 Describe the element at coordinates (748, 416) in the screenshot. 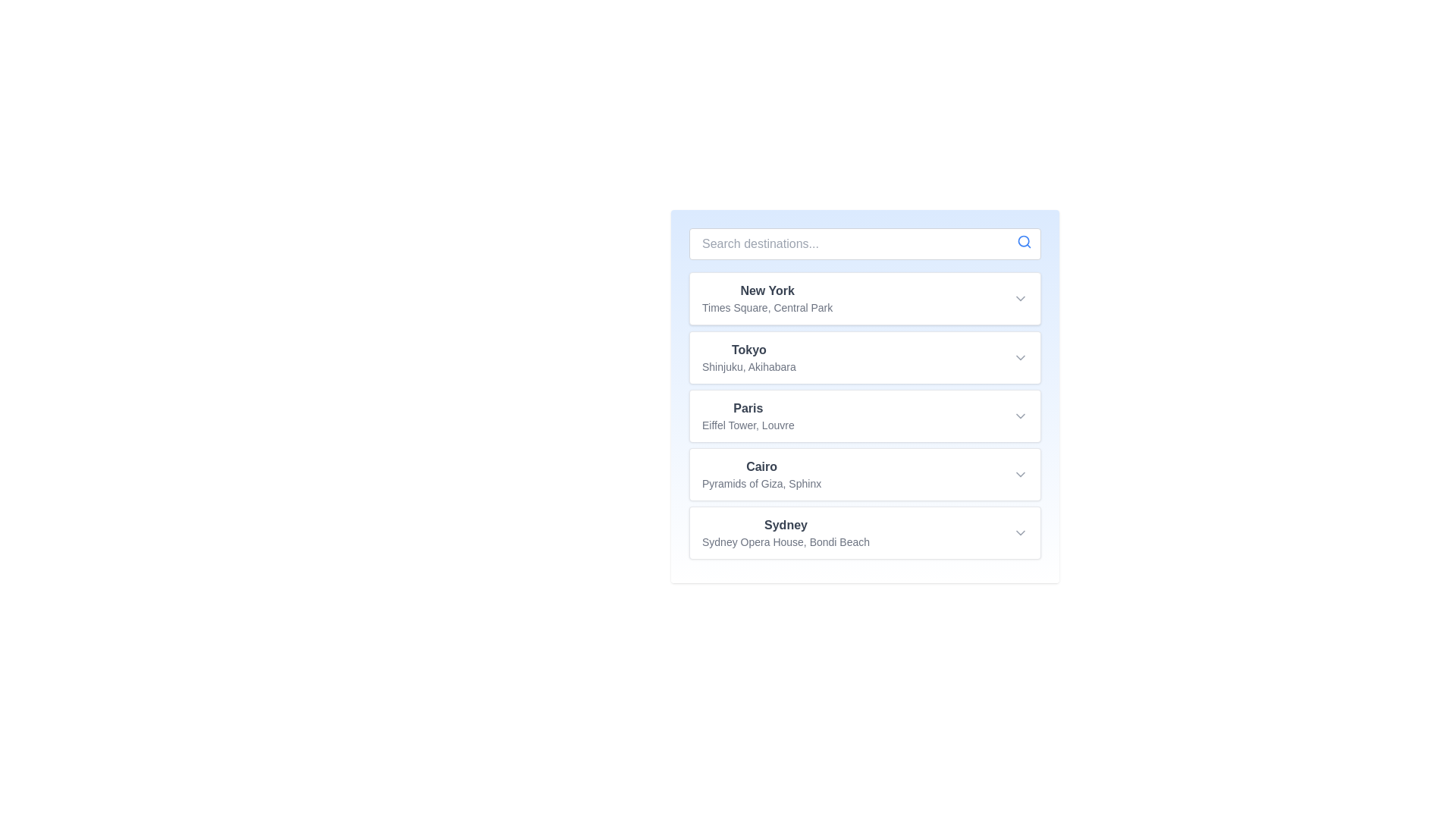

I see `the selectable item labeled 'Paris' in the menu` at that location.